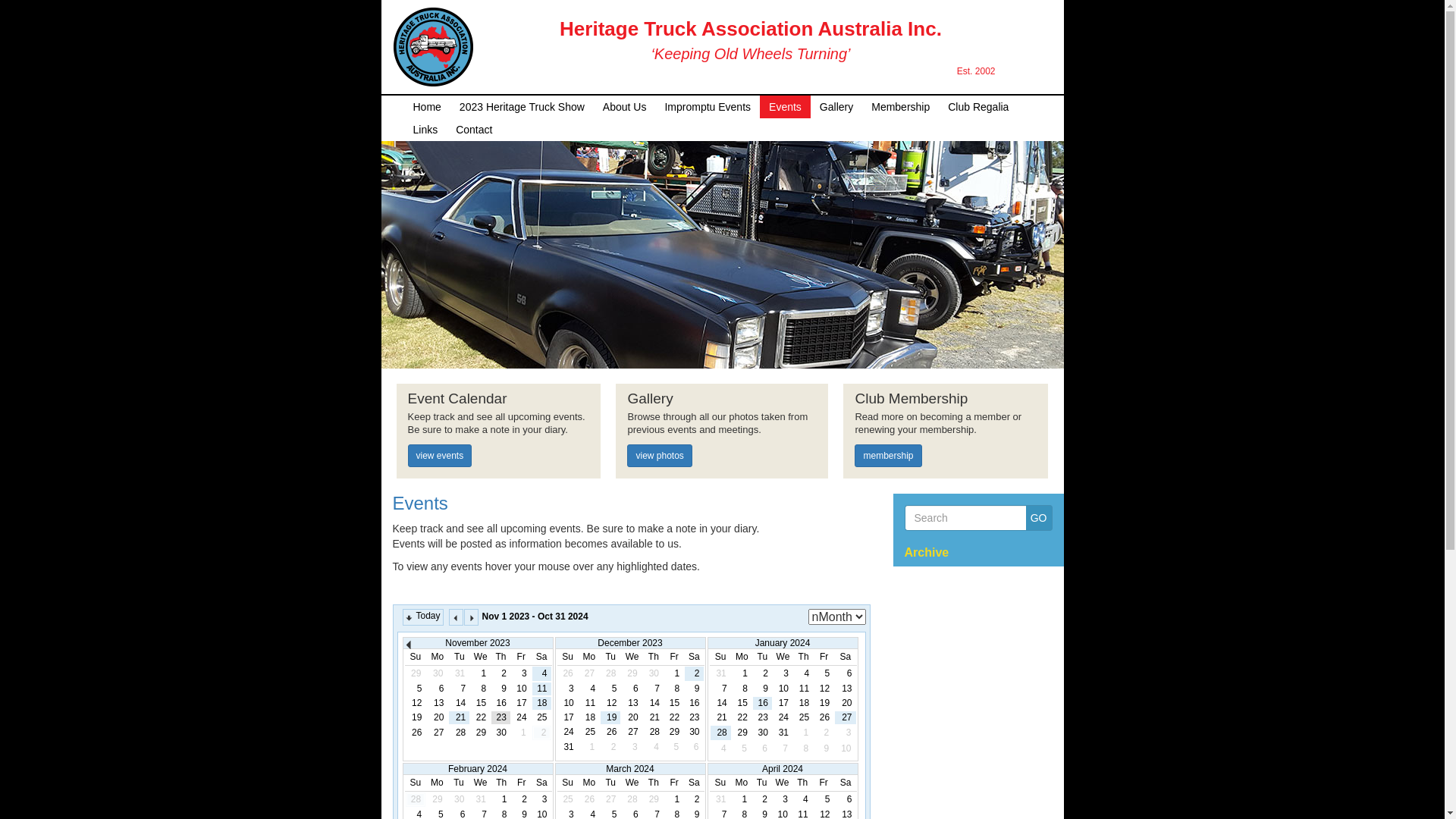 This screenshot has width=1456, height=819. What do you see at coordinates (436, 703) in the screenshot?
I see `'13'` at bounding box center [436, 703].